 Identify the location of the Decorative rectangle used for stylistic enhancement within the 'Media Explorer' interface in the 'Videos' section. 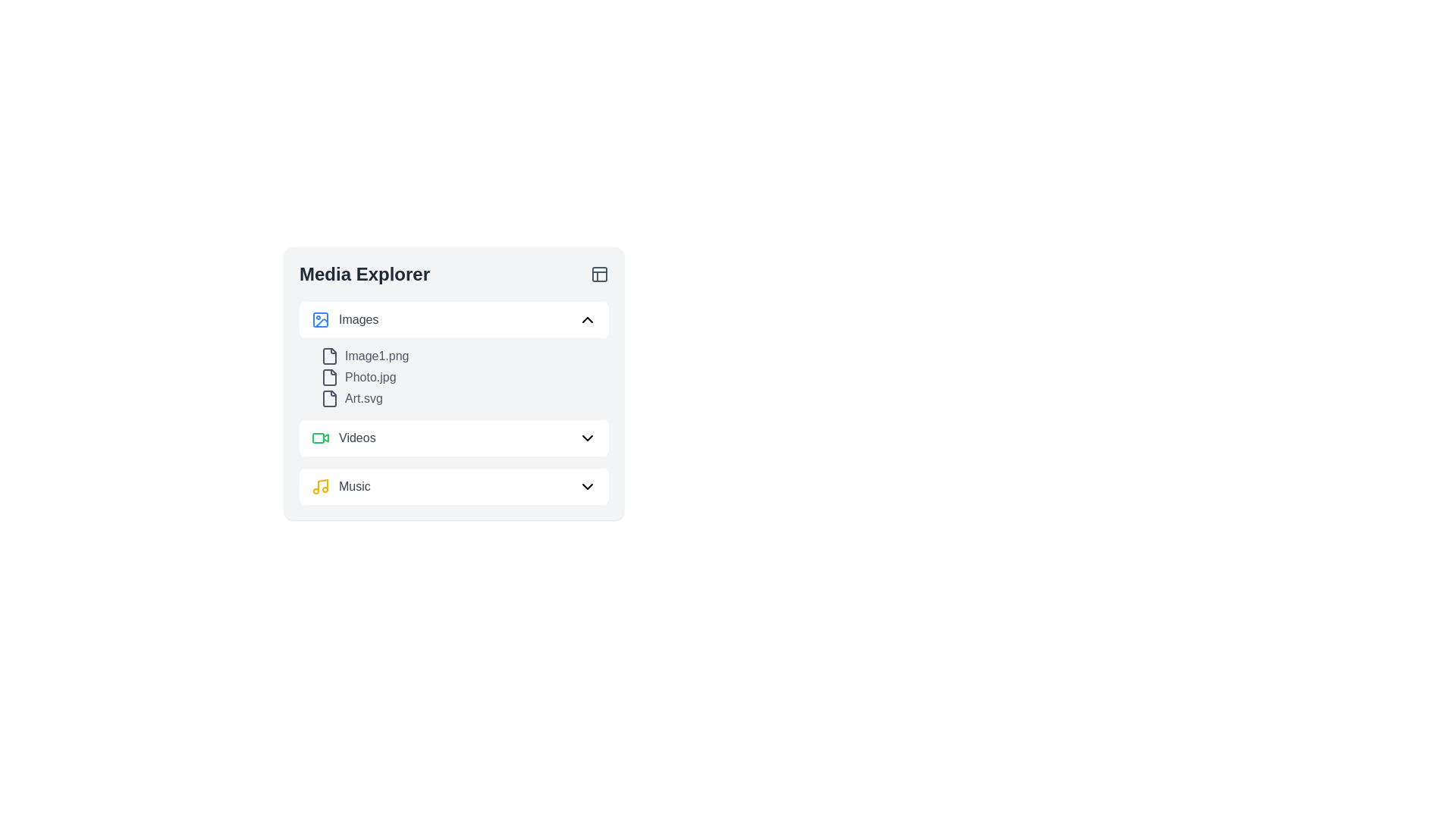
(318, 438).